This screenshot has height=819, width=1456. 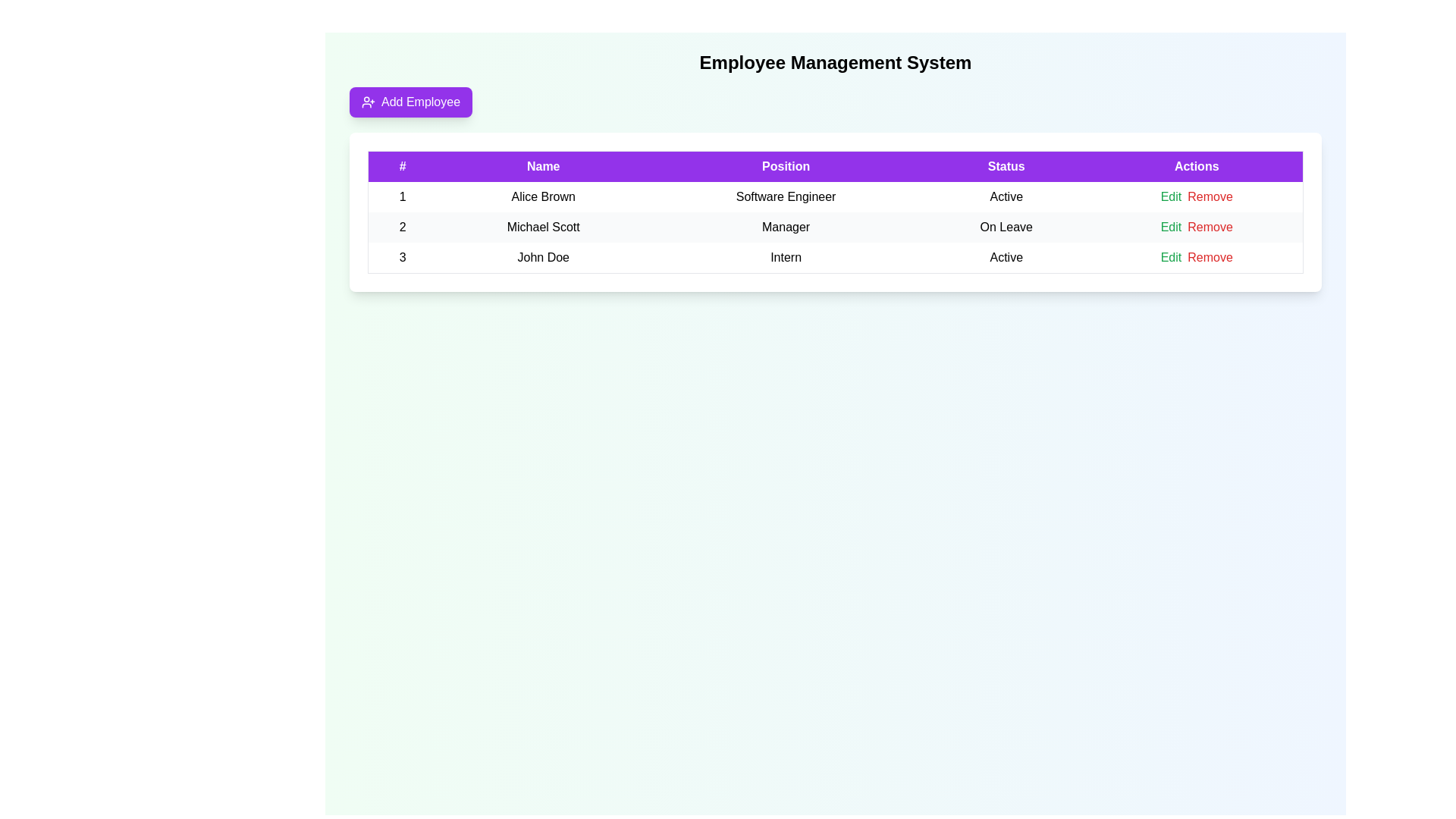 I want to click on the inline text links 'Edit' and 'Remove' in the Actions column of the first row, which corresponds to the details of 'Alice Brown', so click(x=1196, y=196).